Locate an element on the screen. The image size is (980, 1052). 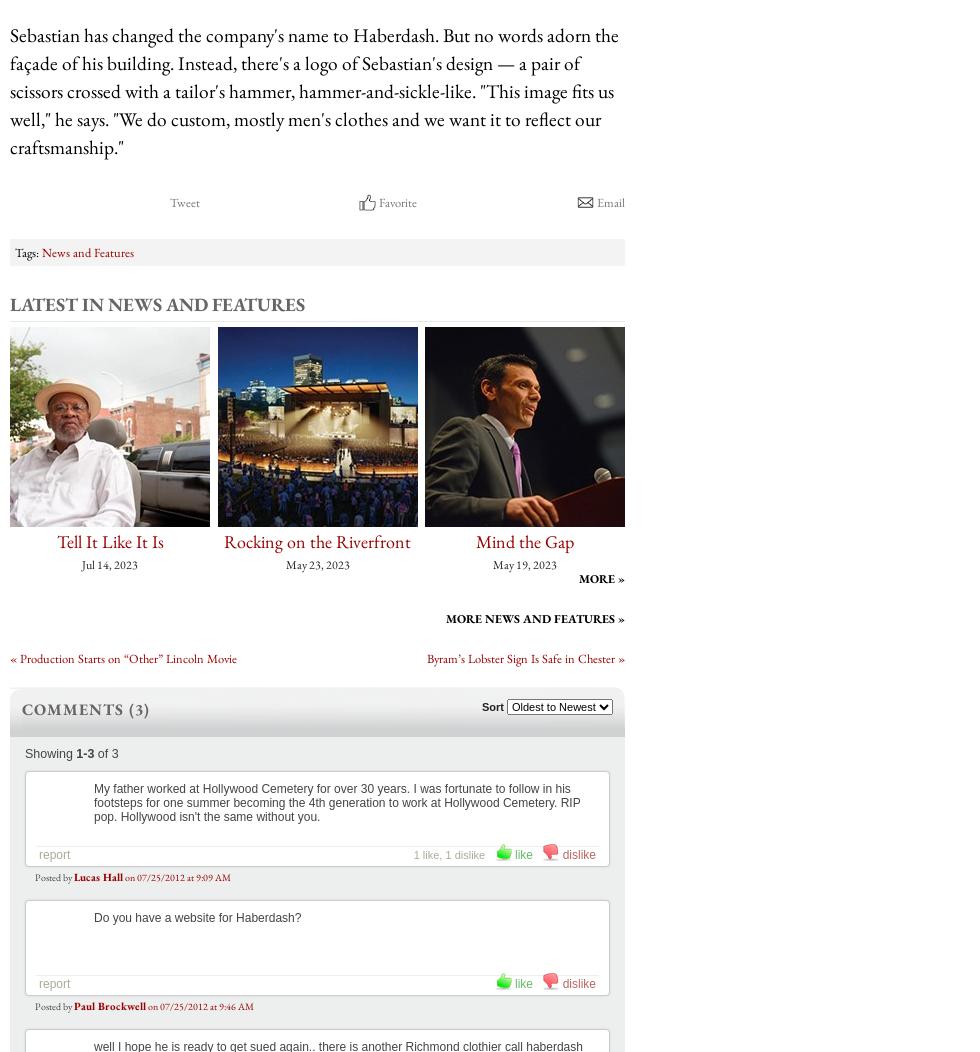
'Rocking on the Riverfront' is located at coordinates (317, 540).